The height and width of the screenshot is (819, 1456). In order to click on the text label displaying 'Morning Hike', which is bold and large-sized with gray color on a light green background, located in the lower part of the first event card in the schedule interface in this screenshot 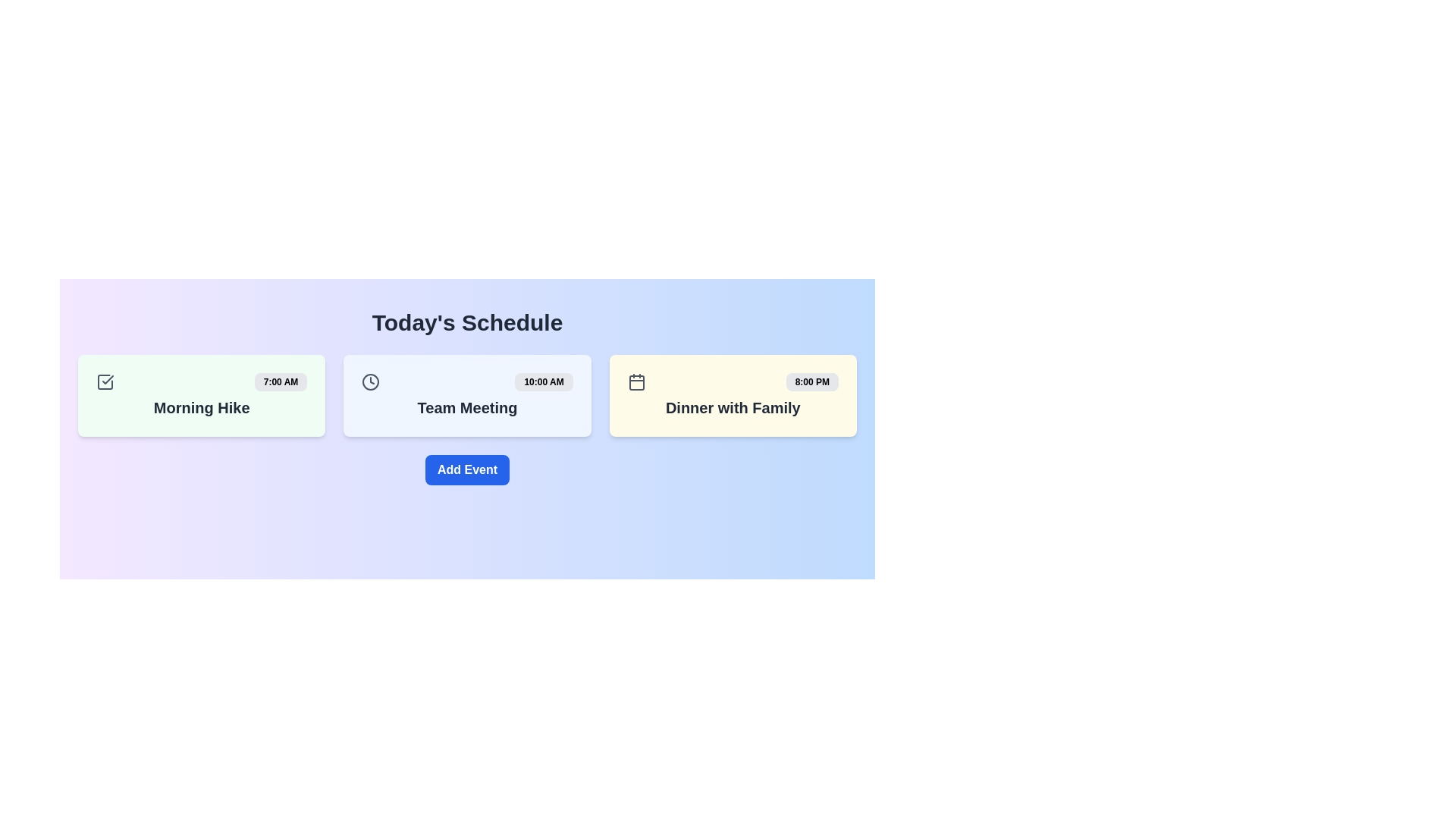, I will do `click(201, 406)`.